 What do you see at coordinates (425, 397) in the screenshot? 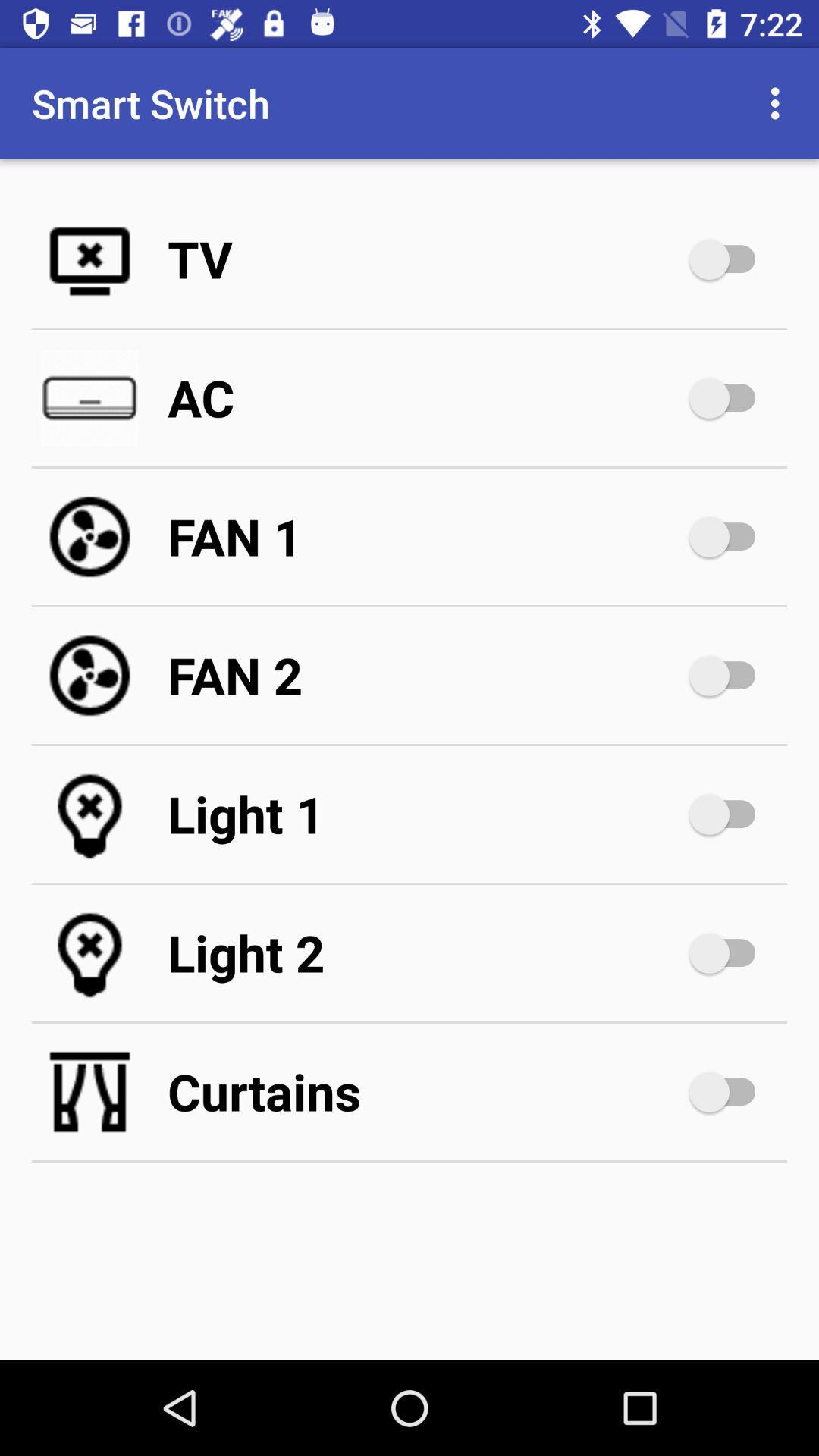
I see `the item below tv item` at bounding box center [425, 397].